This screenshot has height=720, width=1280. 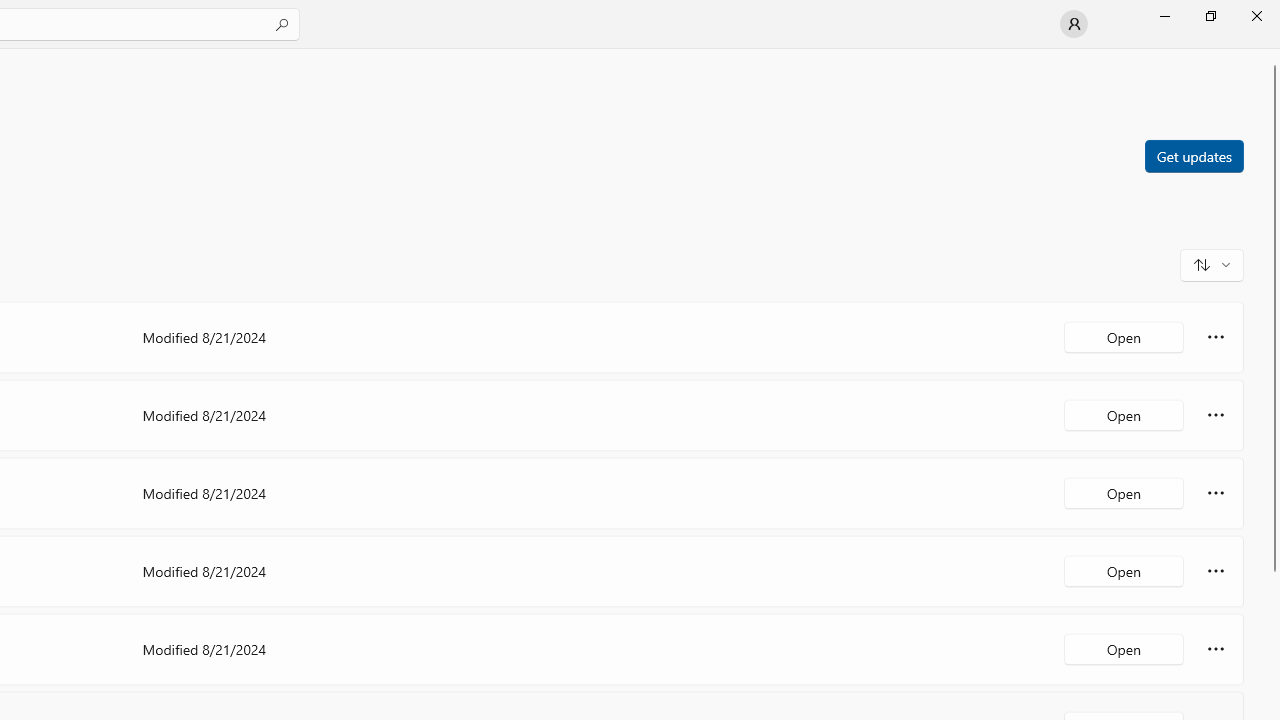 I want to click on 'User profile', so click(x=1072, y=24).